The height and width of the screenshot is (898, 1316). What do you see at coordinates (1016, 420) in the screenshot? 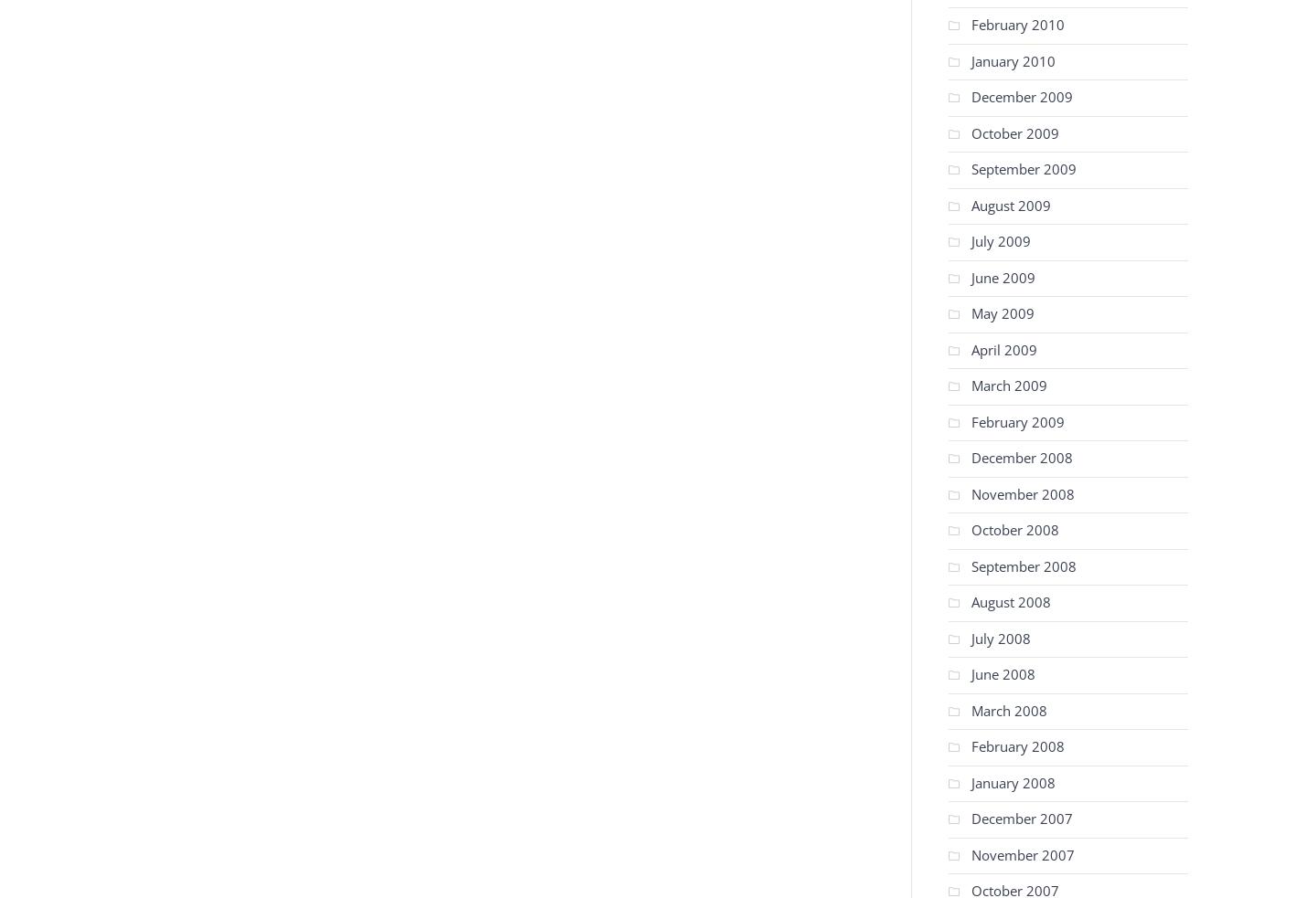
I see `'February 2009'` at bounding box center [1016, 420].